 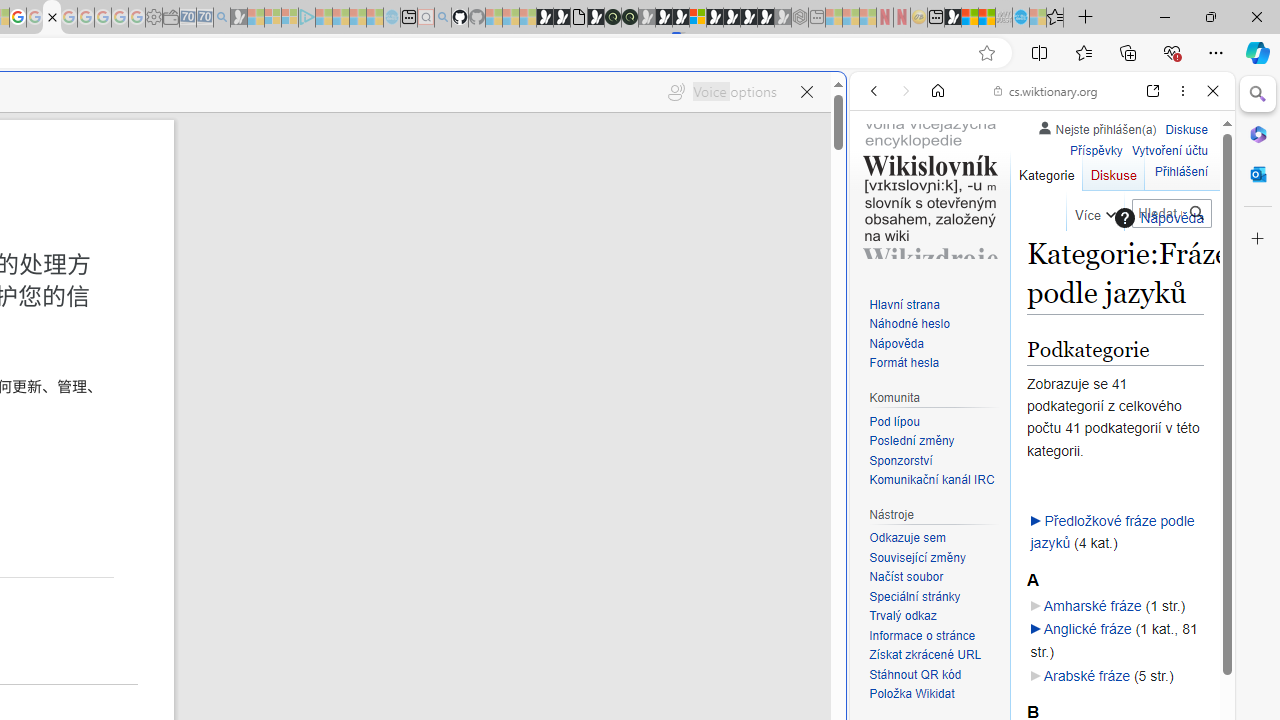 I want to click on 'Wallet - Sleeping', so click(x=170, y=17).